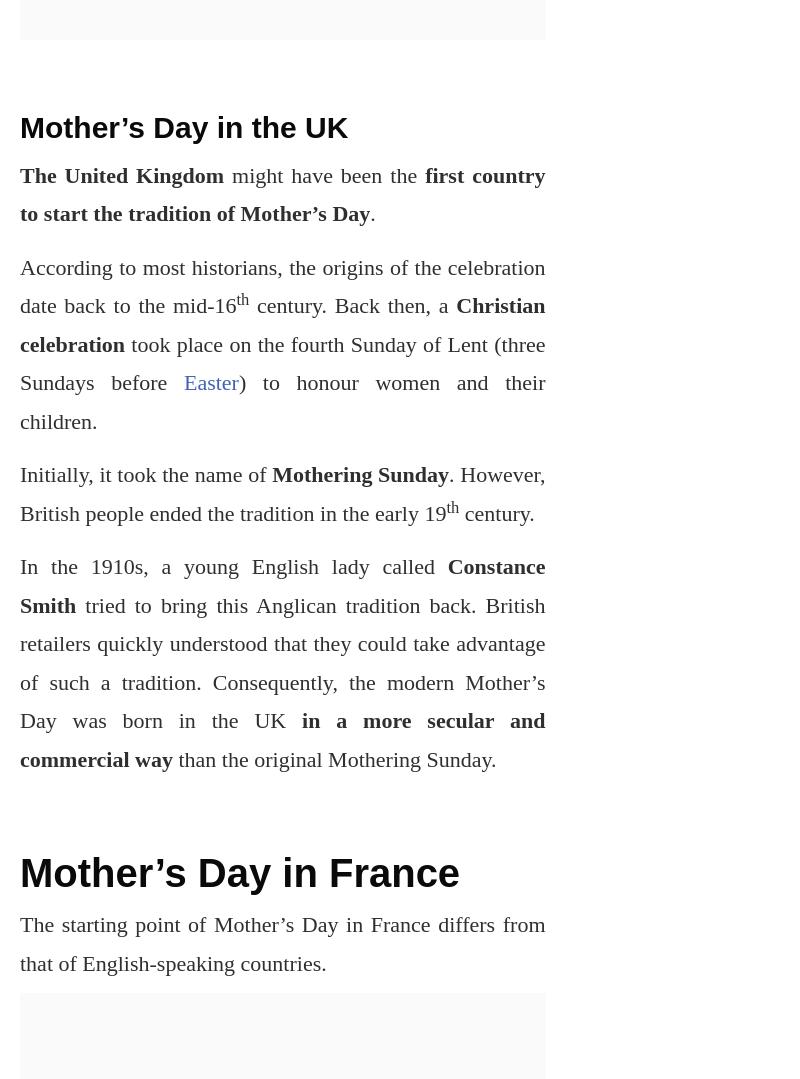 The height and width of the screenshot is (1079, 800). Describe the element at coordinates (20, 872) in the screenshot. I see `'Mother’s Day in France'` at that location.